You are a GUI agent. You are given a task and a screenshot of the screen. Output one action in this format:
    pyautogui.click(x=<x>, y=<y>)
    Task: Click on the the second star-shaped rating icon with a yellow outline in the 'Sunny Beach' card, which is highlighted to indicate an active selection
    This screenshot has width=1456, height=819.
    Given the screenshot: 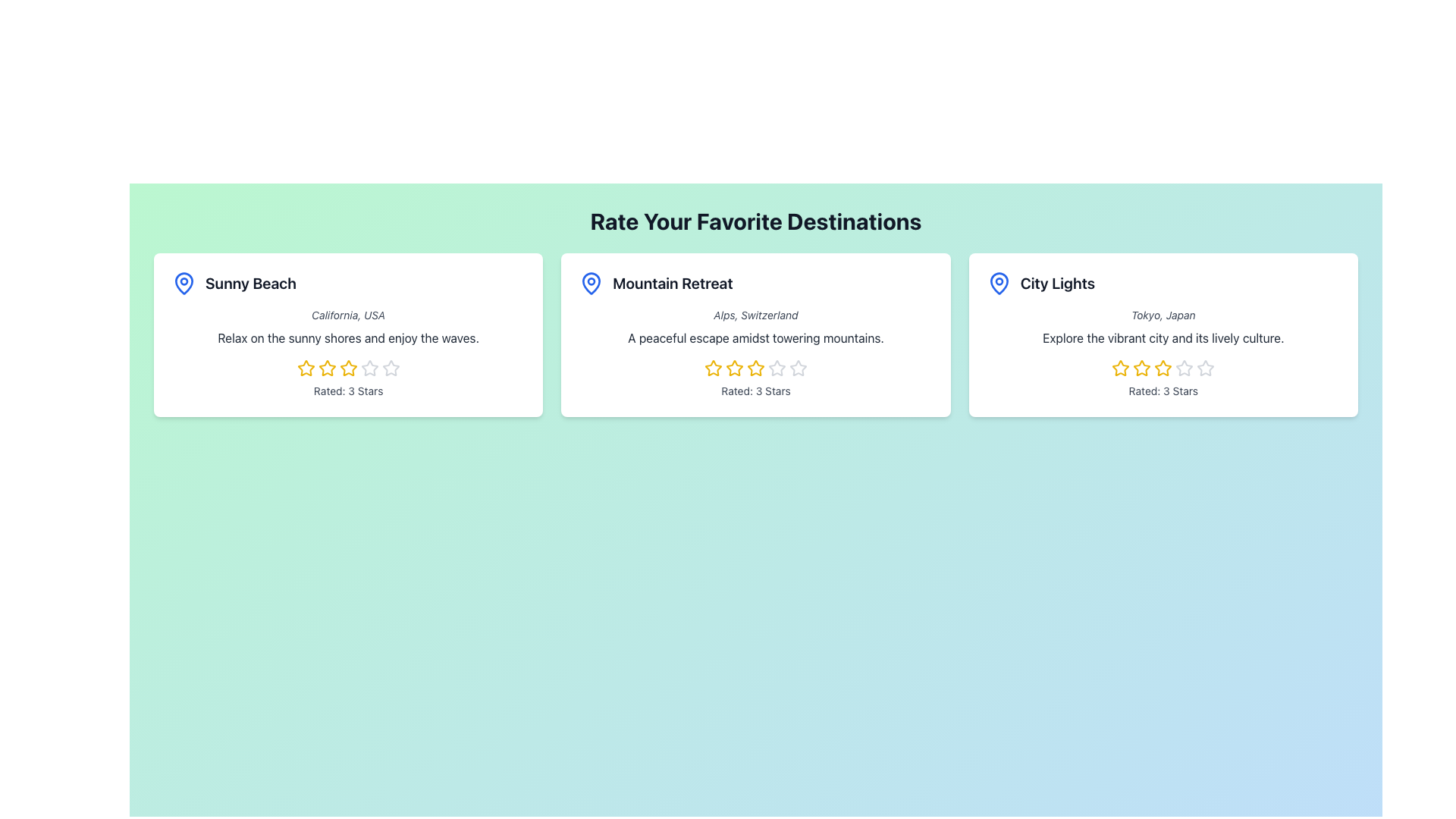 What is the action you would take?
    pyautogui.click(x=326, y=368)
    